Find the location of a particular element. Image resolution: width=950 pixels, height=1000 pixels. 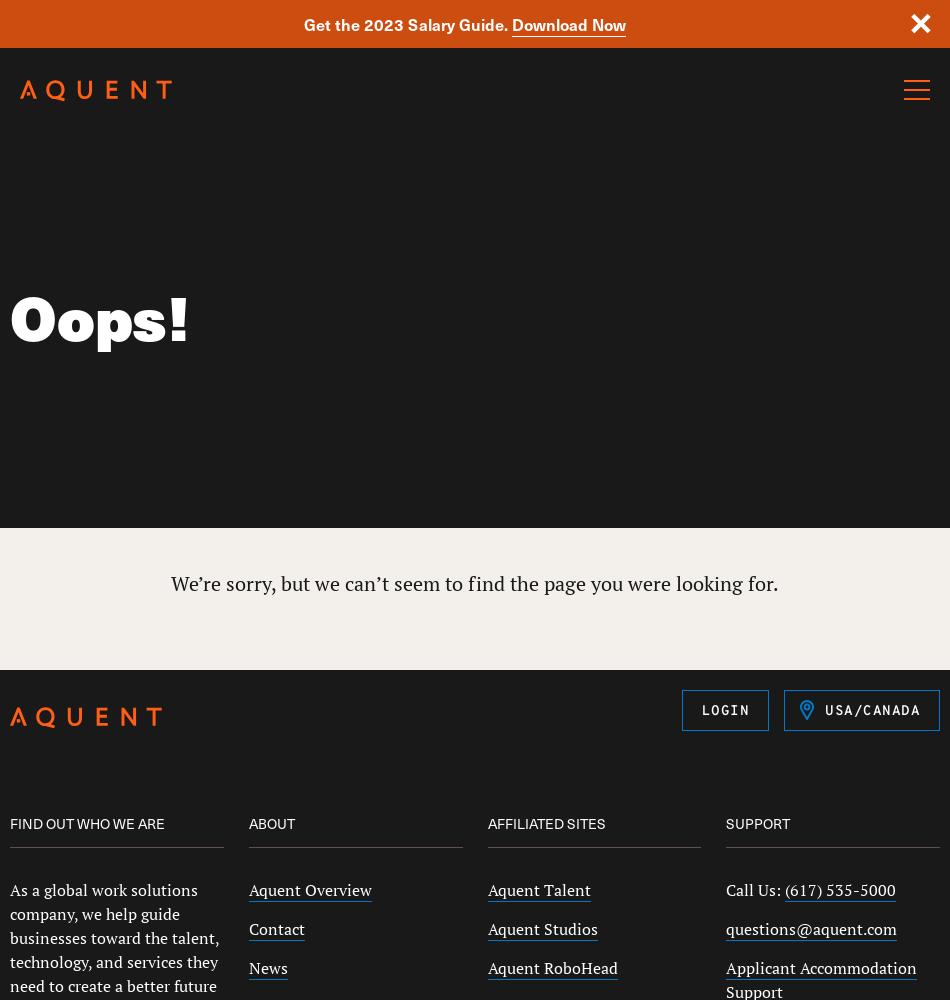

'ABOUT' is located at coordinates (270, 822).